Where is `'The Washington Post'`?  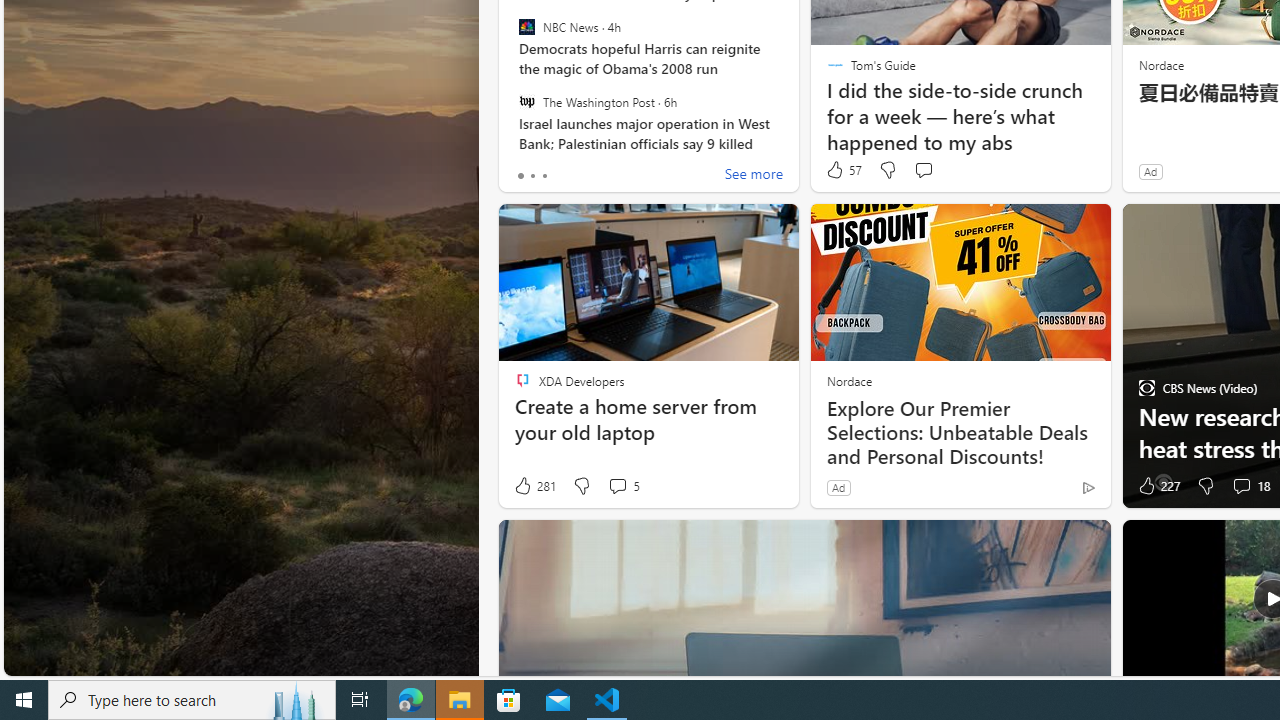 'The Washington Post' is located at coordinates (526, 101).